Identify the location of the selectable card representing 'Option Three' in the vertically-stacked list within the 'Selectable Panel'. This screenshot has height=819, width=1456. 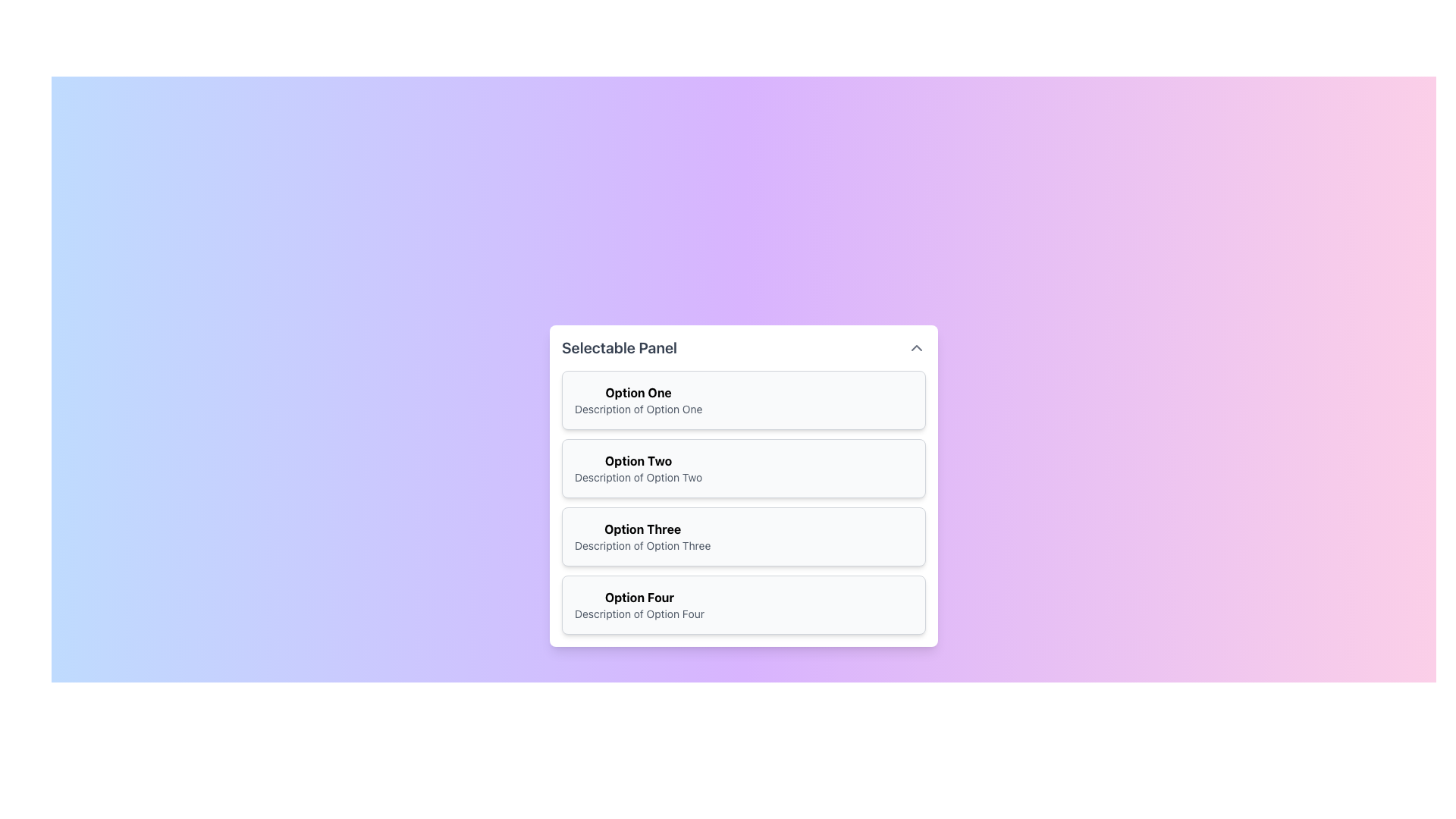
(743, 536).